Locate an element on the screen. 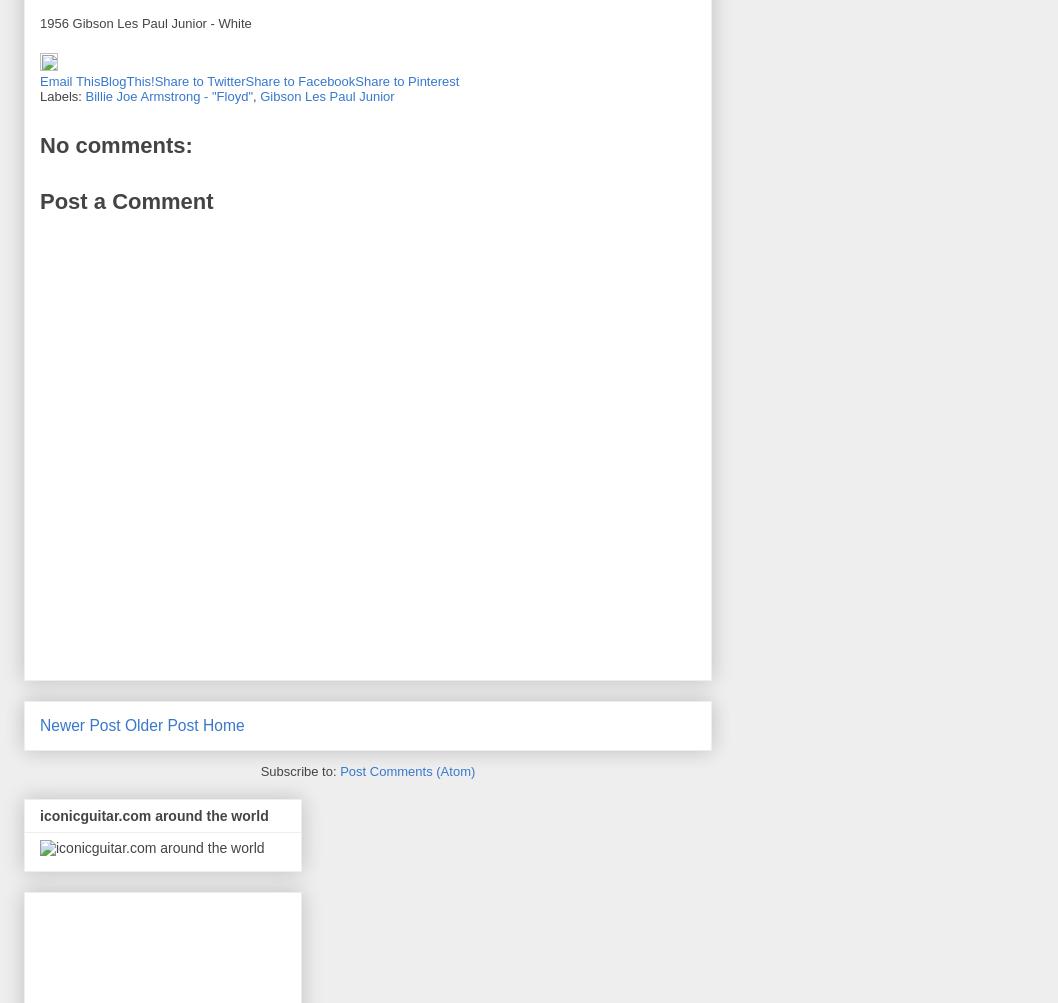 The image size is (1058, 1003). 'Home' is located at coordinates (201, 723).